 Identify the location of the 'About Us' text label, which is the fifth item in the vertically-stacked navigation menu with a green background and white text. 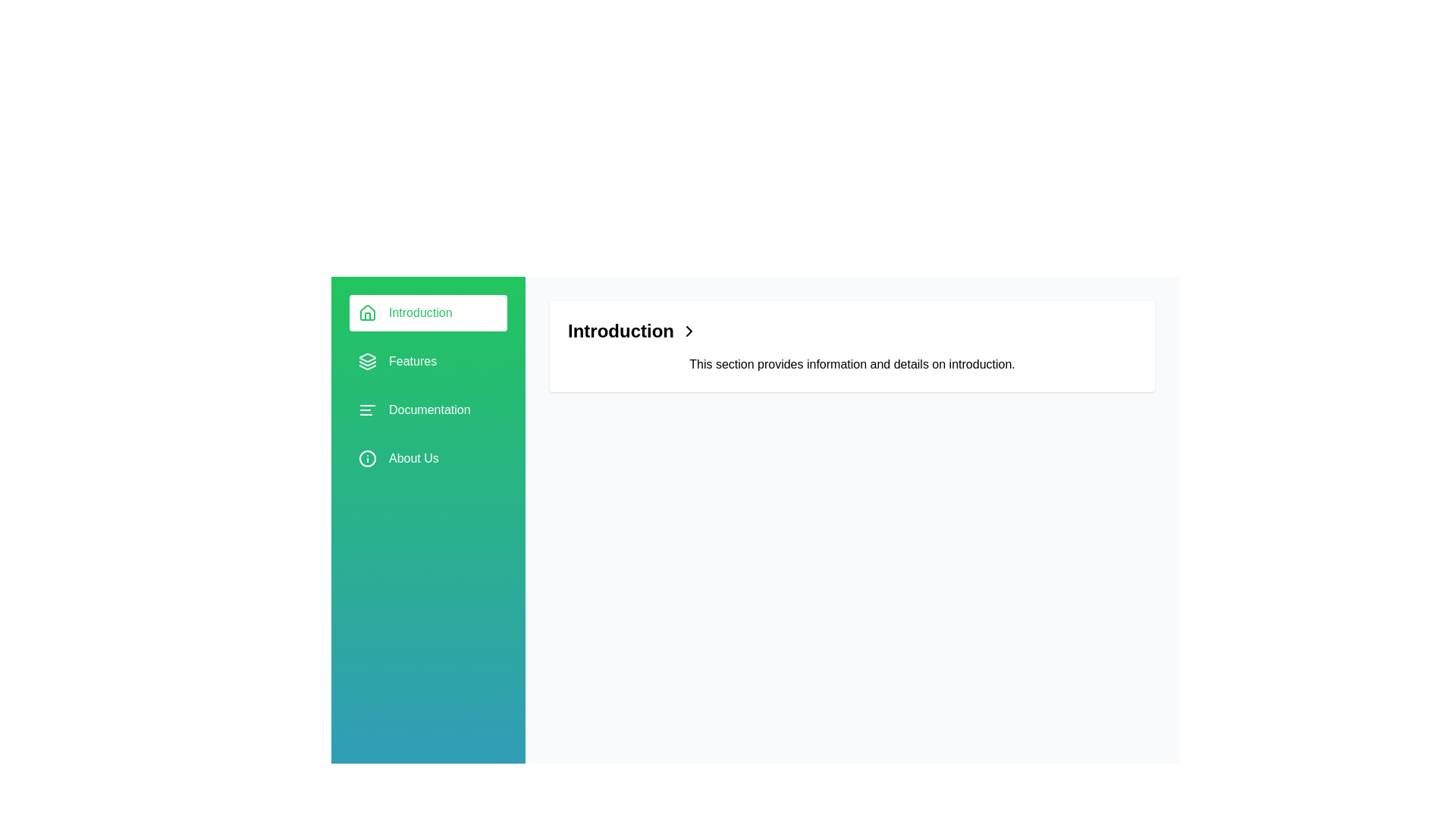
(413, 458).